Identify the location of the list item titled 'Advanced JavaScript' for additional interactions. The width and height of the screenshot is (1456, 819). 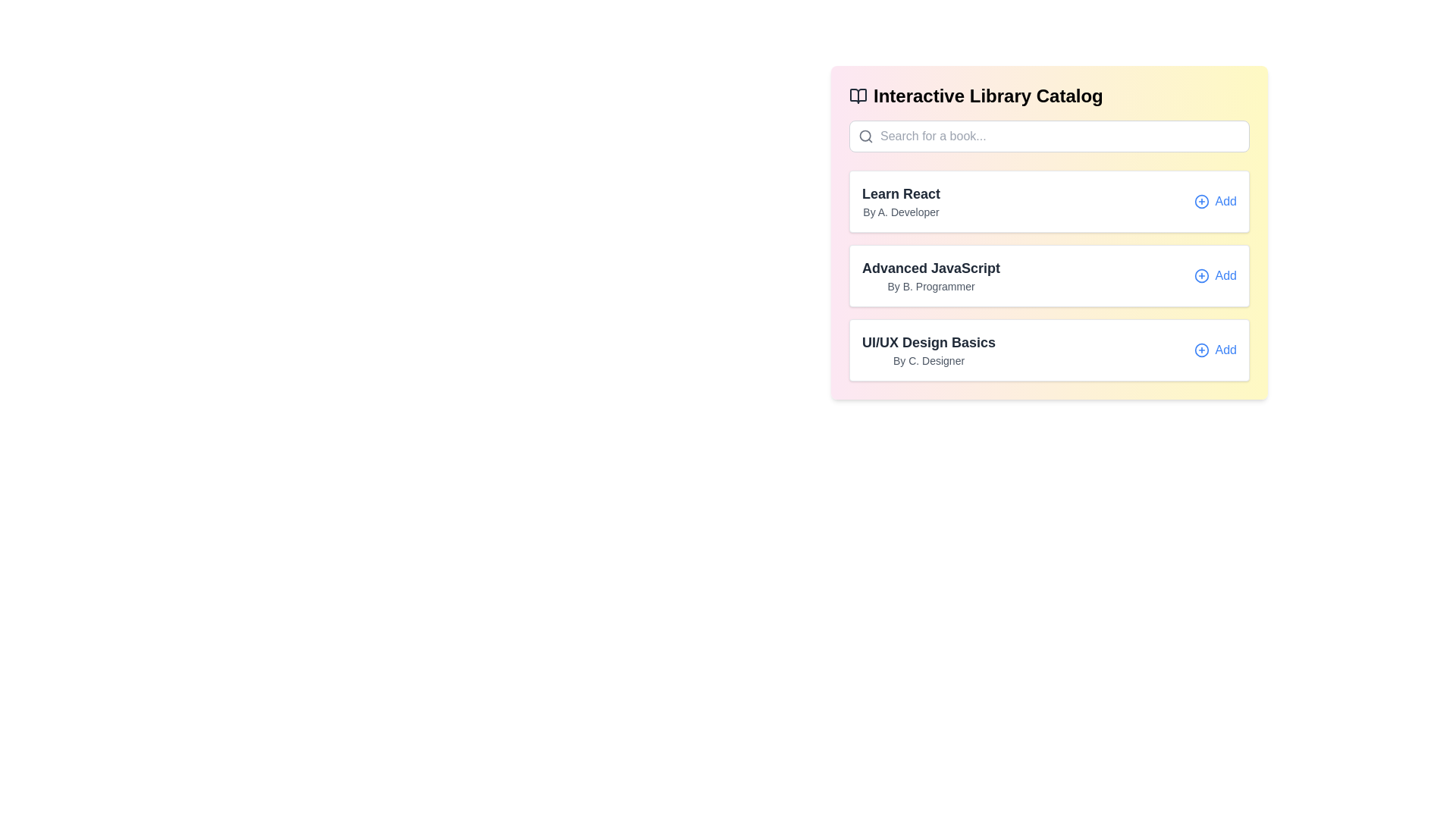
(1048, 275).